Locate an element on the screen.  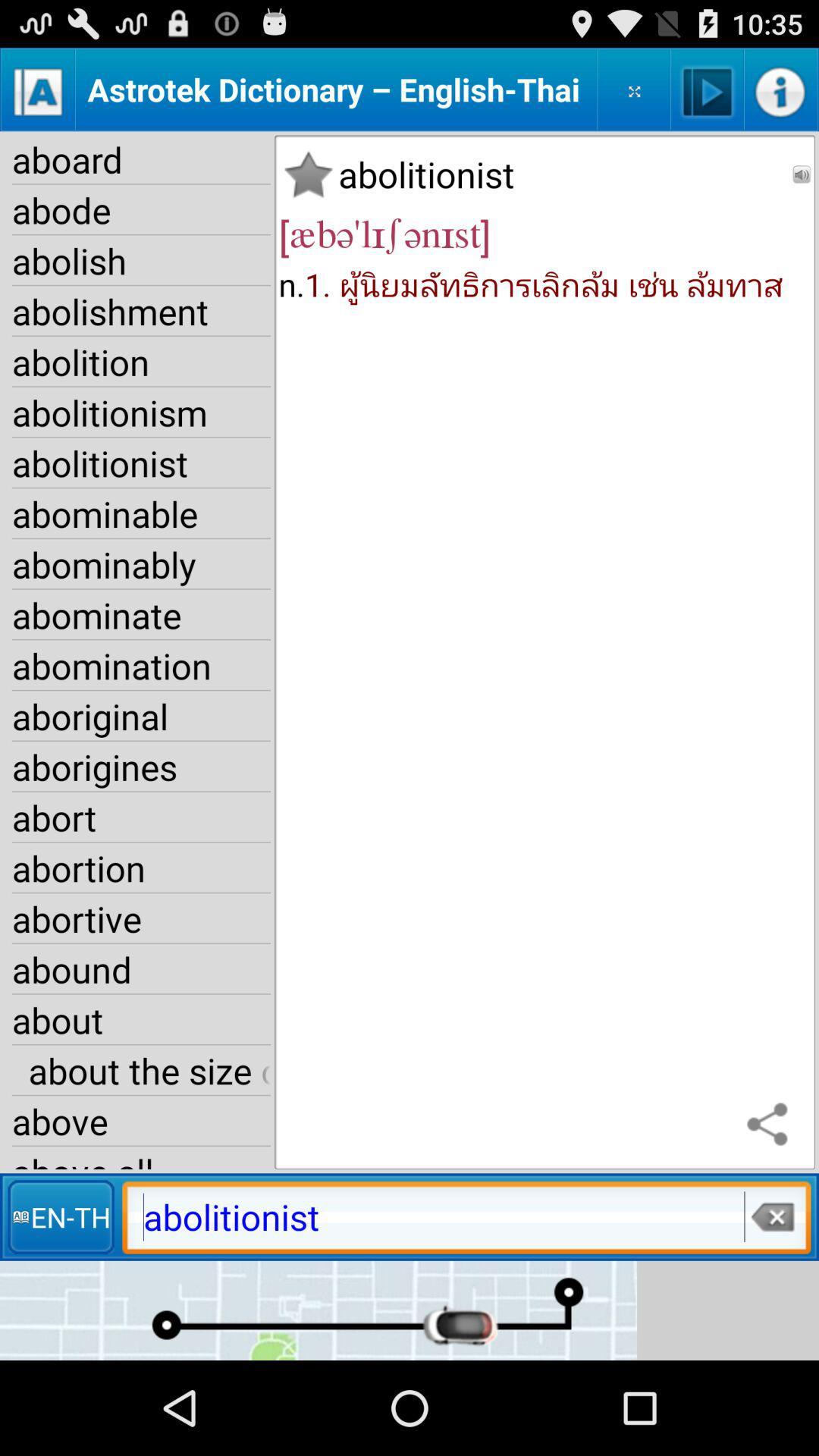
the button to the right of en-th item is located at coordinates (771, 1216).